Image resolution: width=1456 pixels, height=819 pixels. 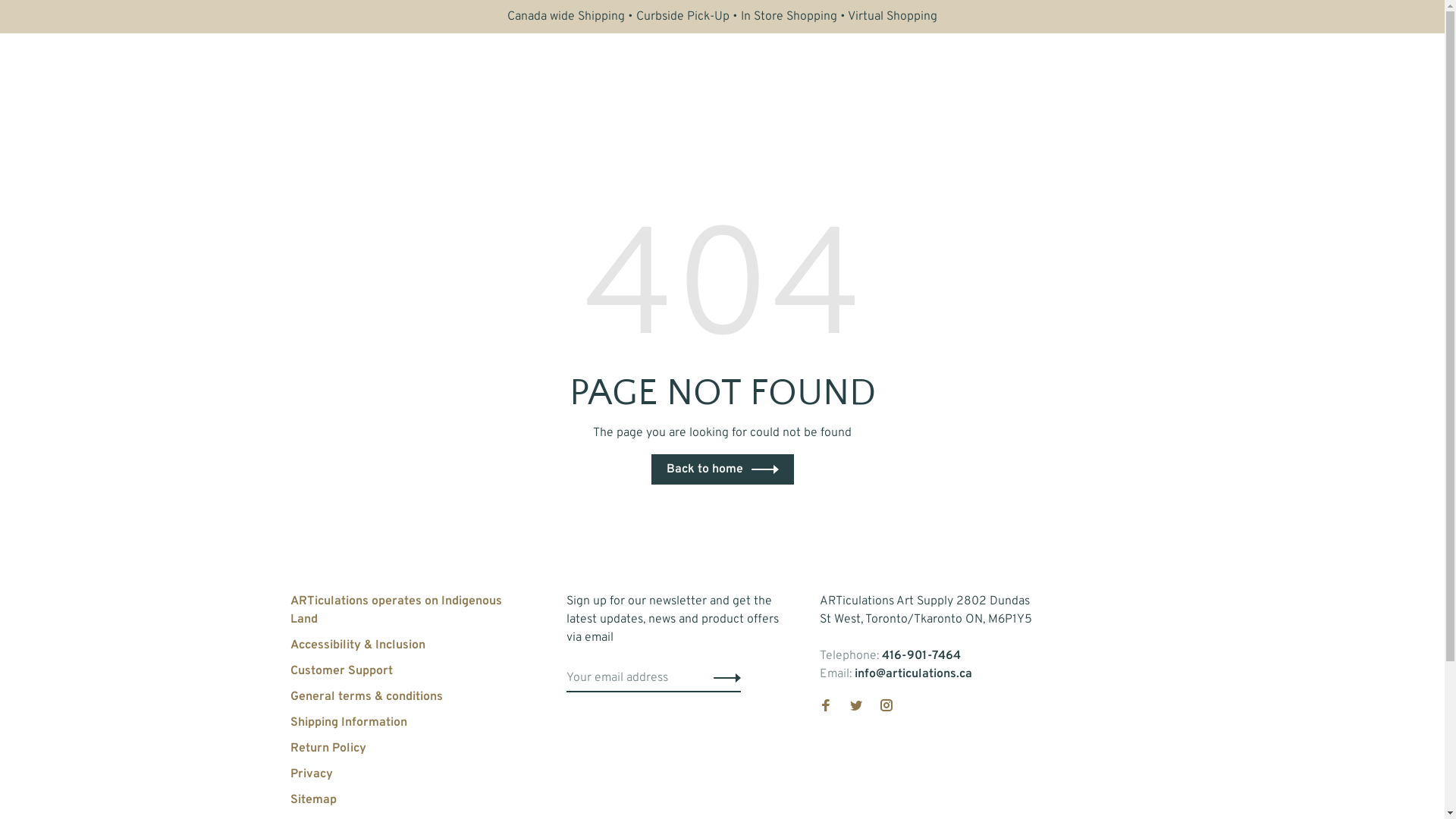 What do you see at coordinates (885, 708) in the screenshot?
I see `'Instagram ARTiculations'` at bounding box center [885, 708].